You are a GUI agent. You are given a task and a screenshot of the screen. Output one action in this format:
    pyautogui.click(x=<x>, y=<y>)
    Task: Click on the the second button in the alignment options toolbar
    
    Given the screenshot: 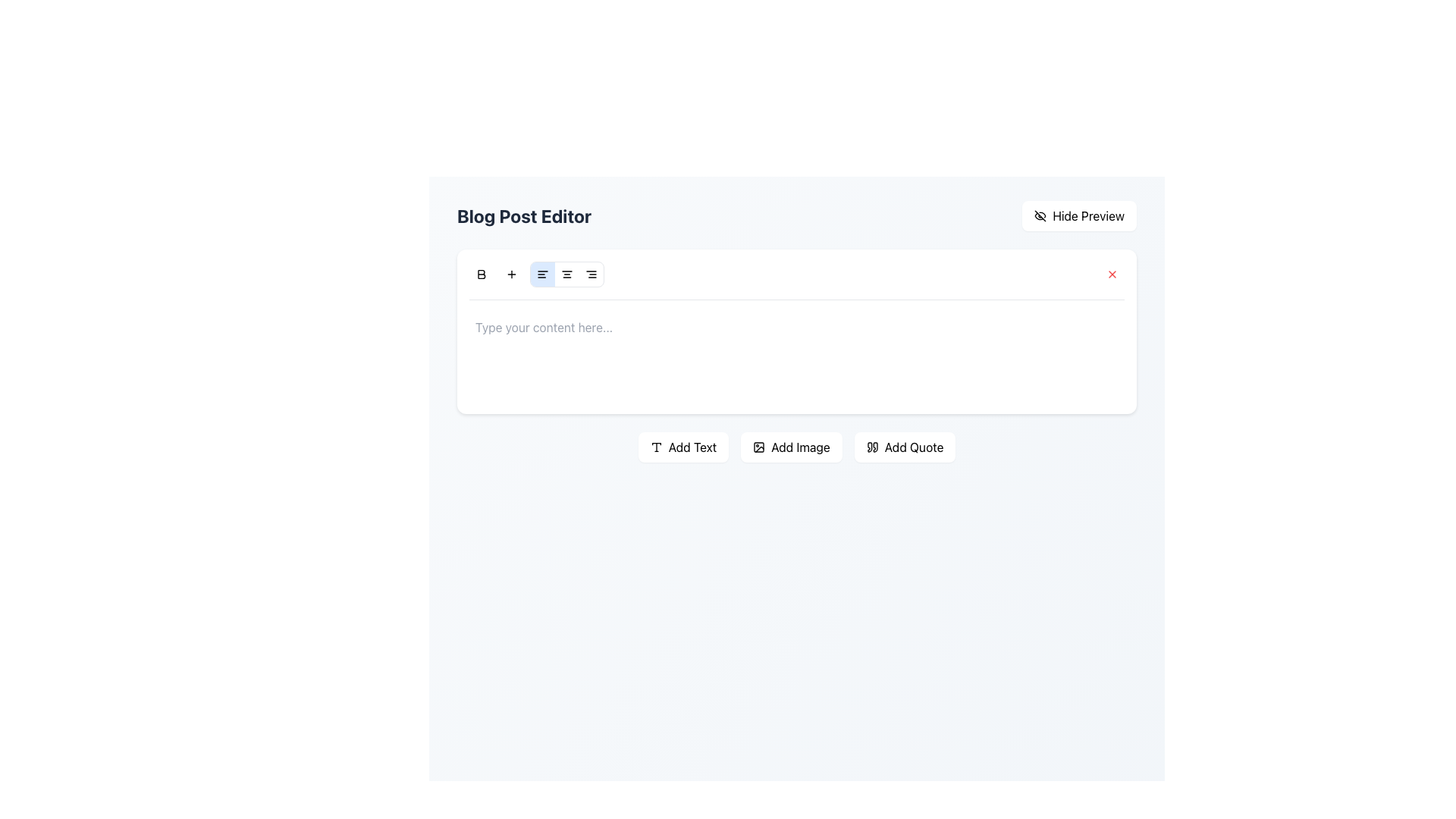 What is the action you would take?
    pyautogui.click(x=566, y=275)
    